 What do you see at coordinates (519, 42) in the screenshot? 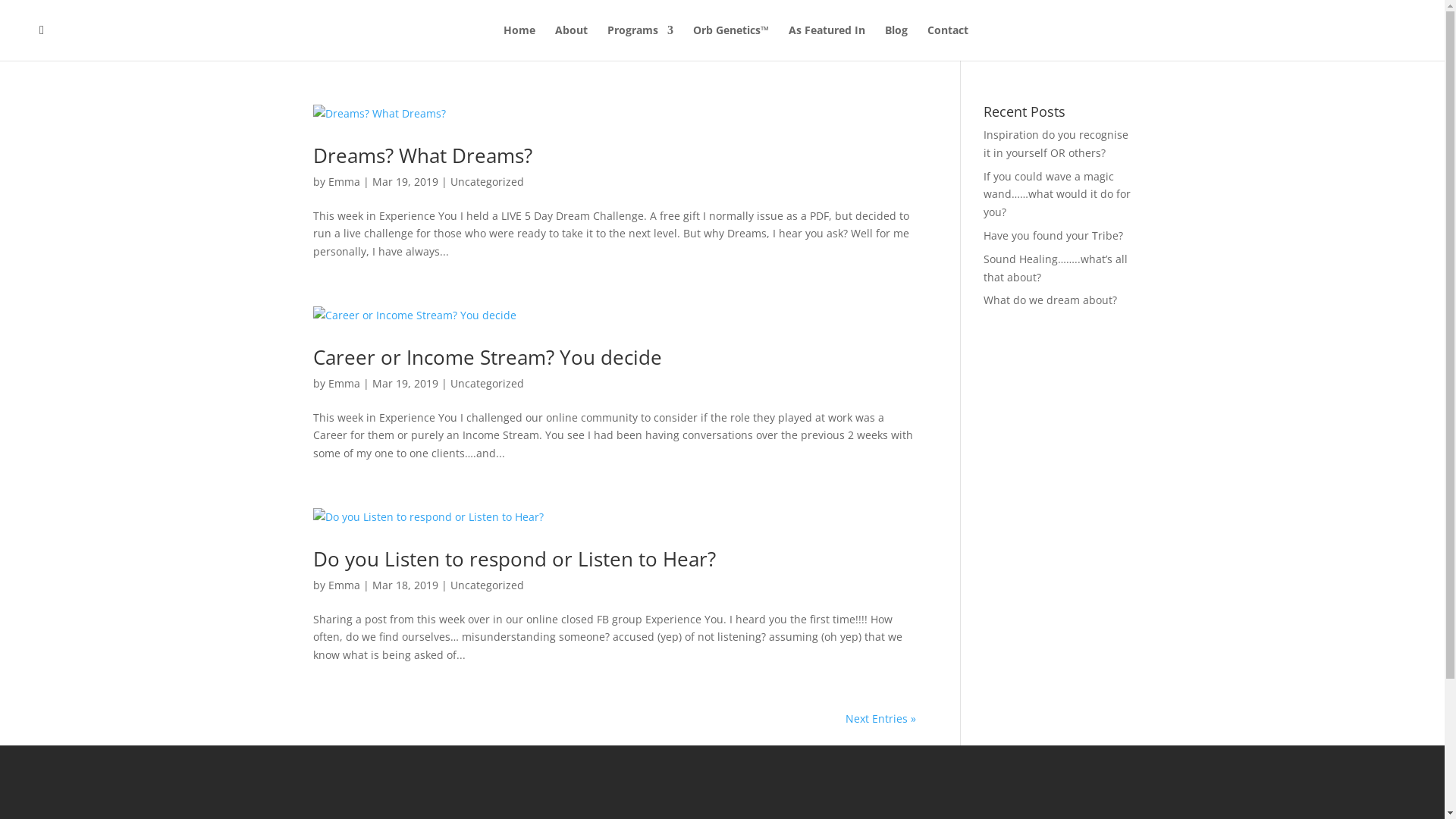
I see `'Home'` at bounding box center [519, 42].